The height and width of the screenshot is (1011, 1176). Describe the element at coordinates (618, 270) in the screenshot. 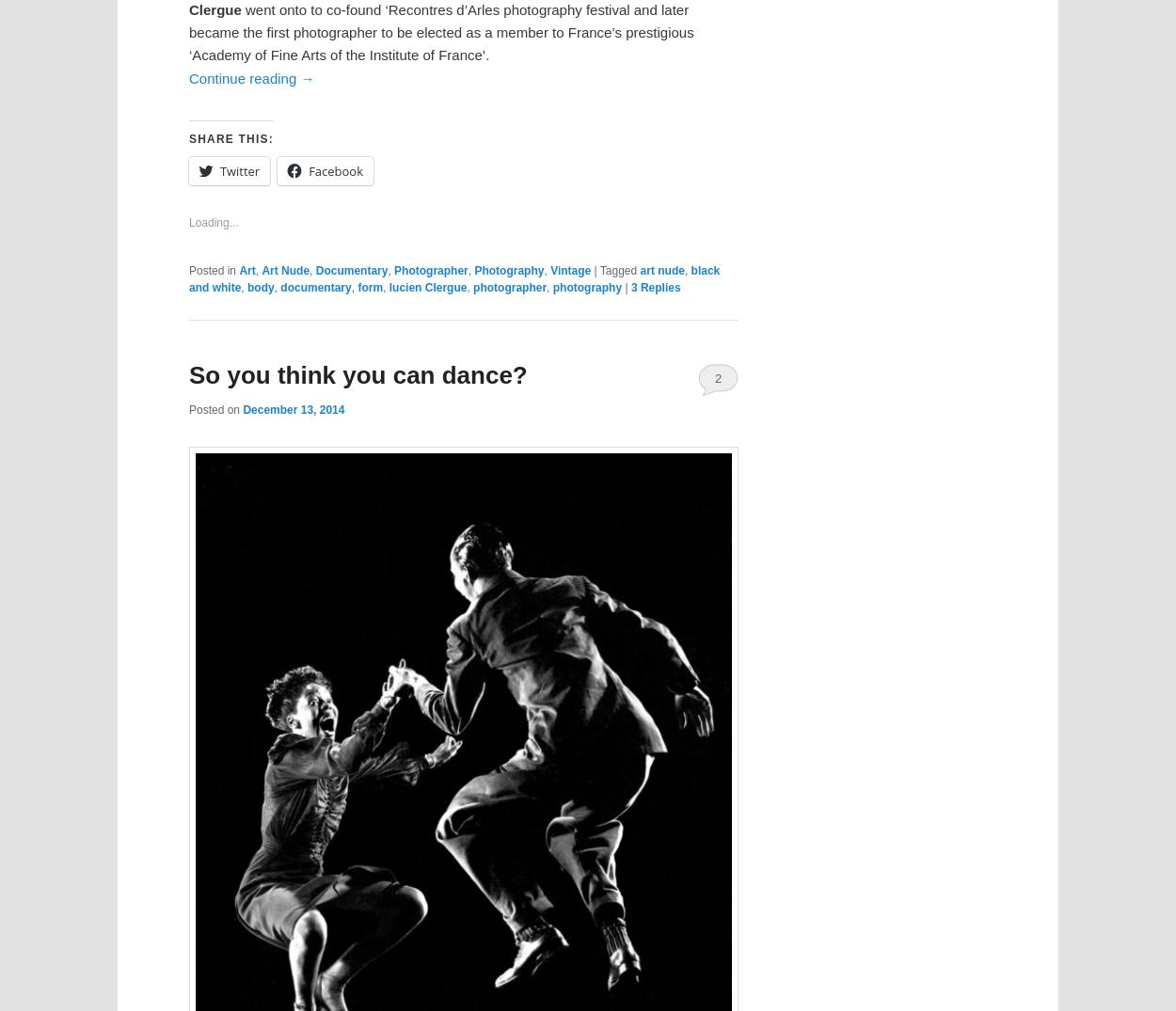

I see `'Tagged'` at that location.